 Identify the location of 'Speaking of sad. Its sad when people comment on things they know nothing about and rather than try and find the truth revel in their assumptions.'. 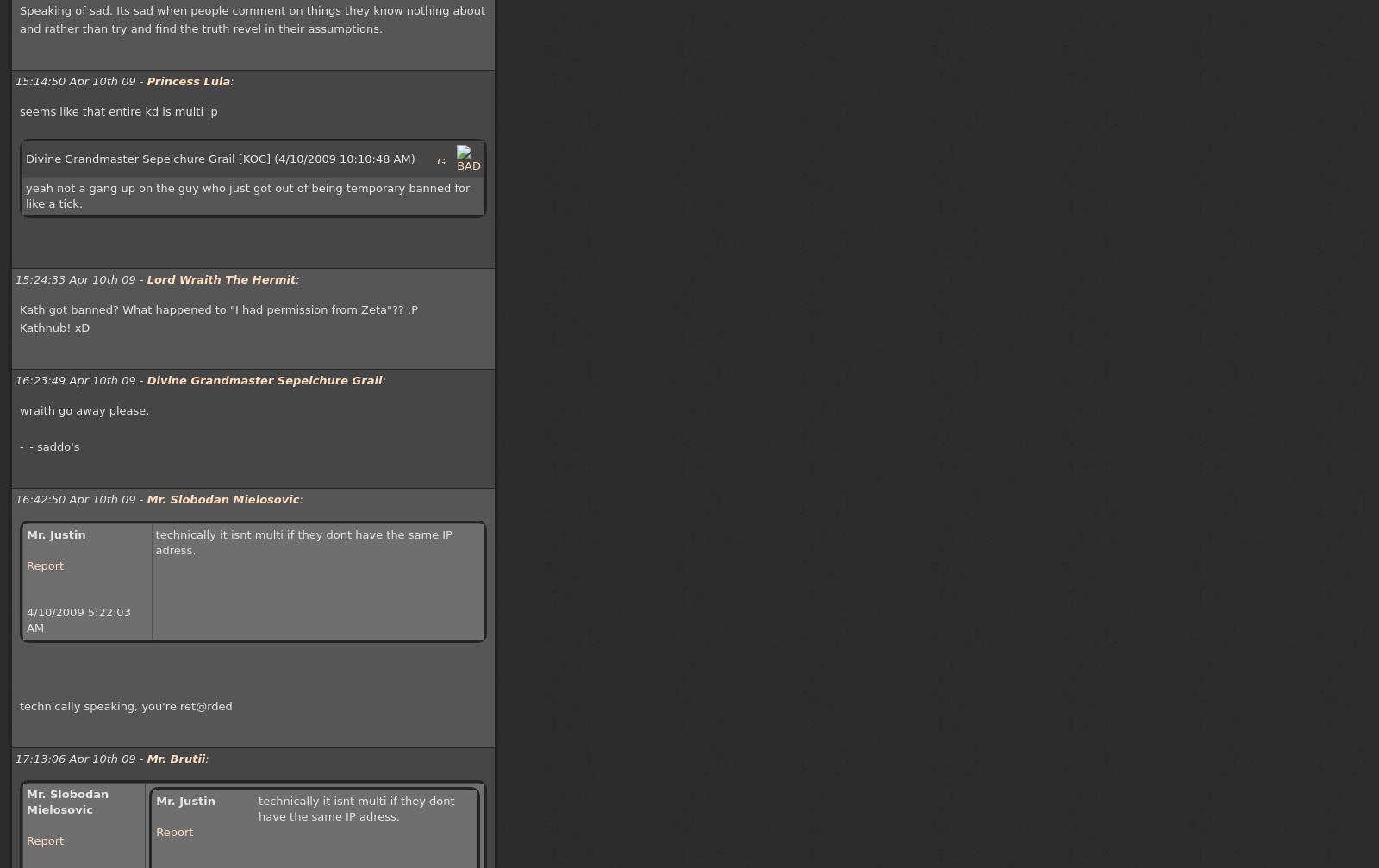
(19, 19).